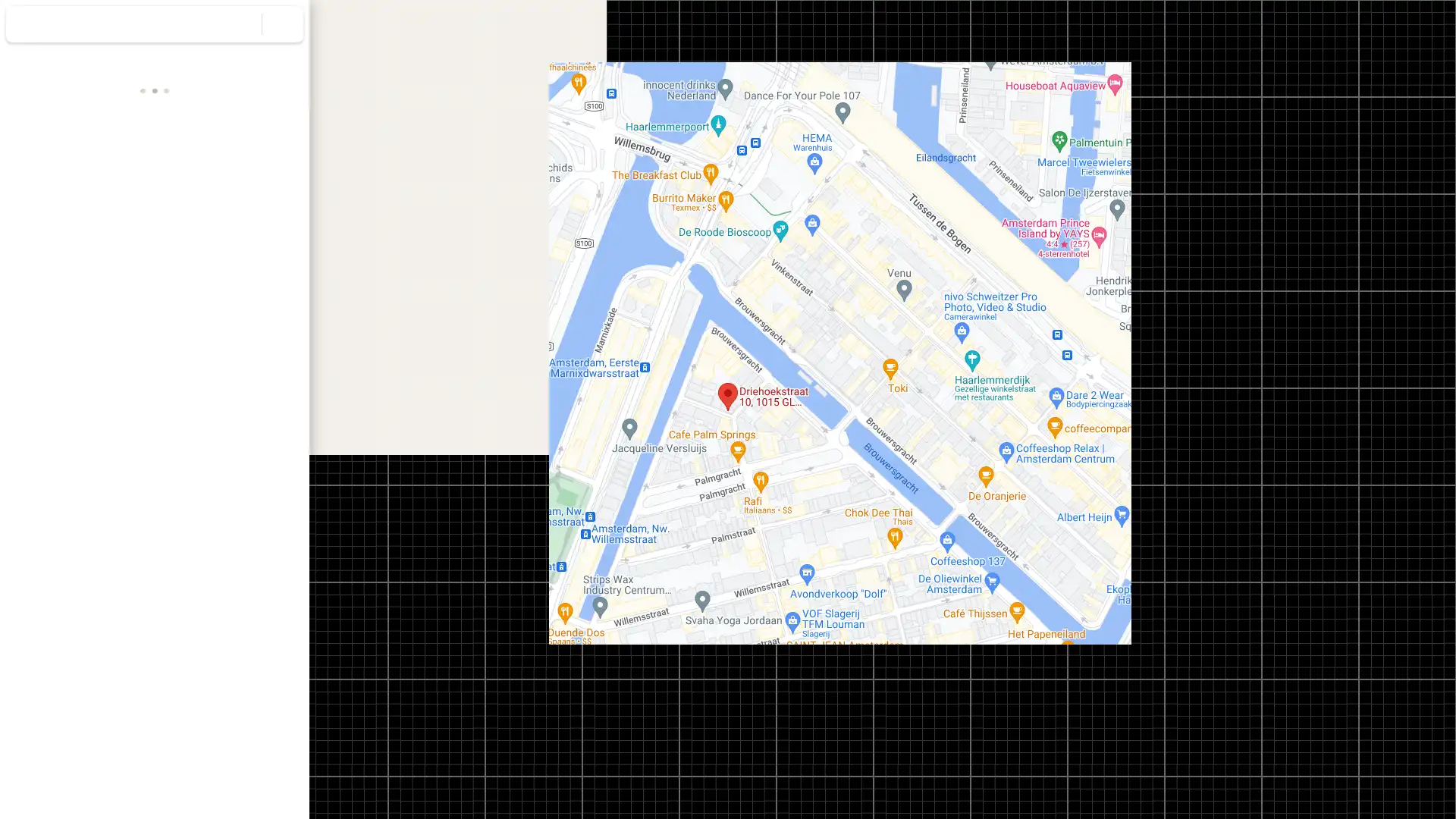  Describe the element at coordinates (154, 259) in the screenshot. I see `Zoeken in de buurt van Driehoekstraat 10` at that location.